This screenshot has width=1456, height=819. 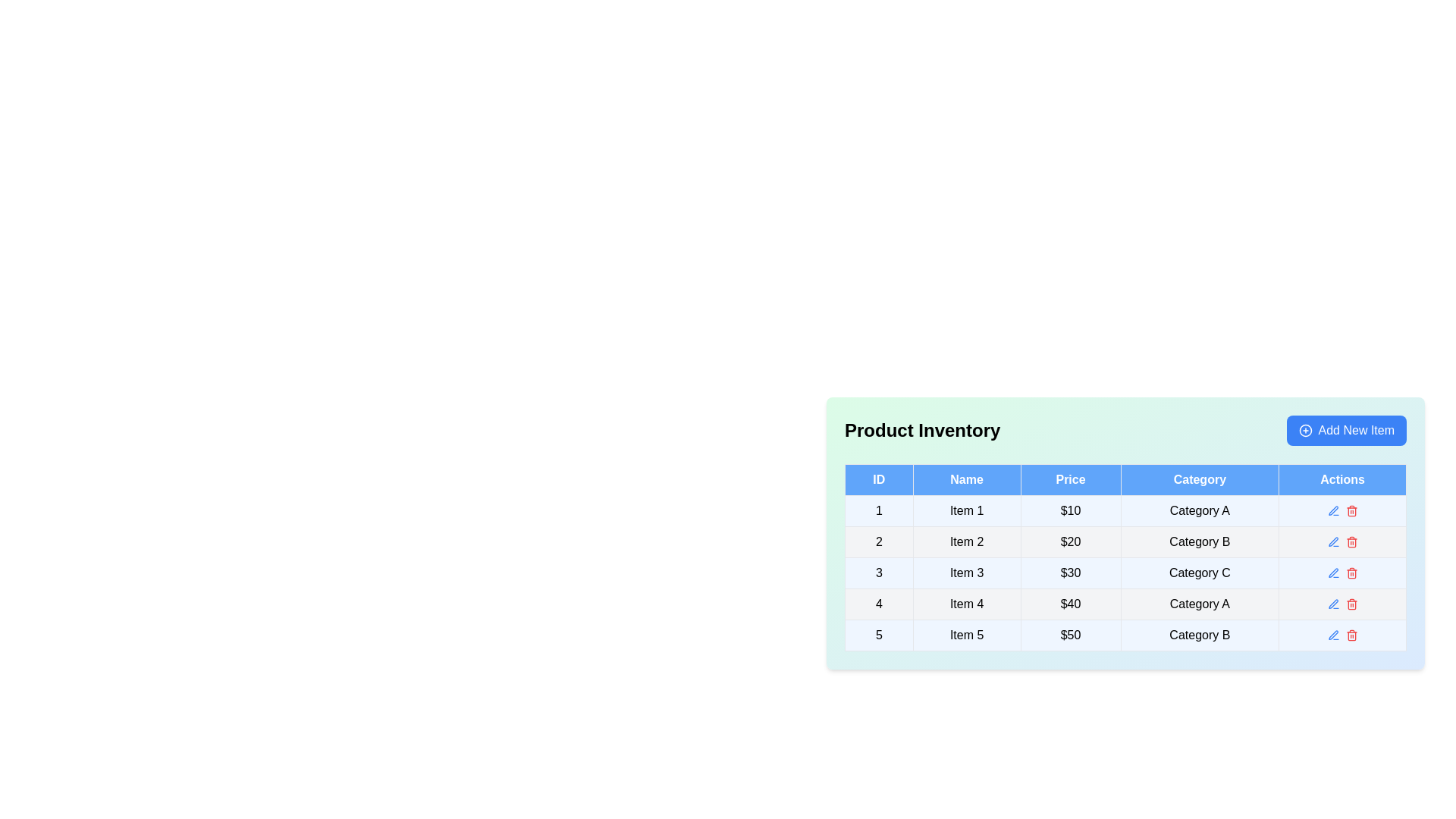 I want to click on text content of the second row's 'Name' cell in the 'Product Inventory' table, which represents the name of the second product, so click(x=966, y=541).